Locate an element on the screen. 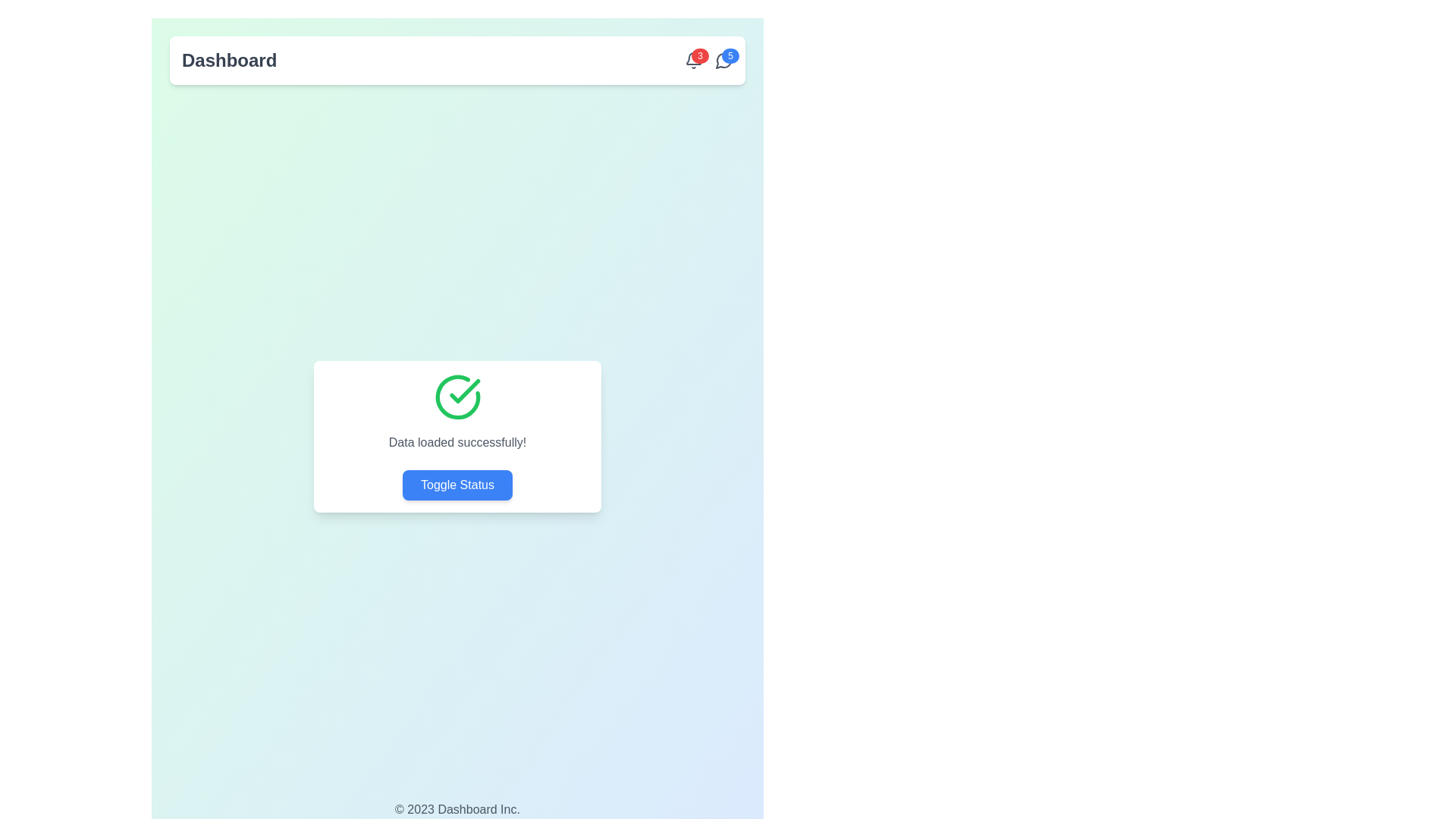 The image size is (1456, 819). the 'Toggle Status' button, which is a rectangular button with rounded corners, styled with a blue background and white text, located at the center of a card that displays 'Data loaded successfully!' above it is located at coordinates (457, 485).